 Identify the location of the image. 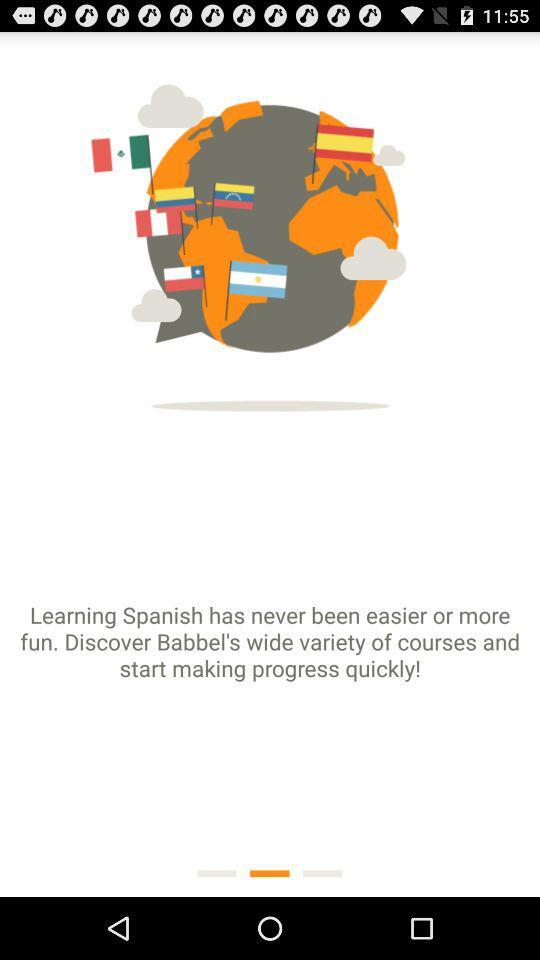
(270, 228).